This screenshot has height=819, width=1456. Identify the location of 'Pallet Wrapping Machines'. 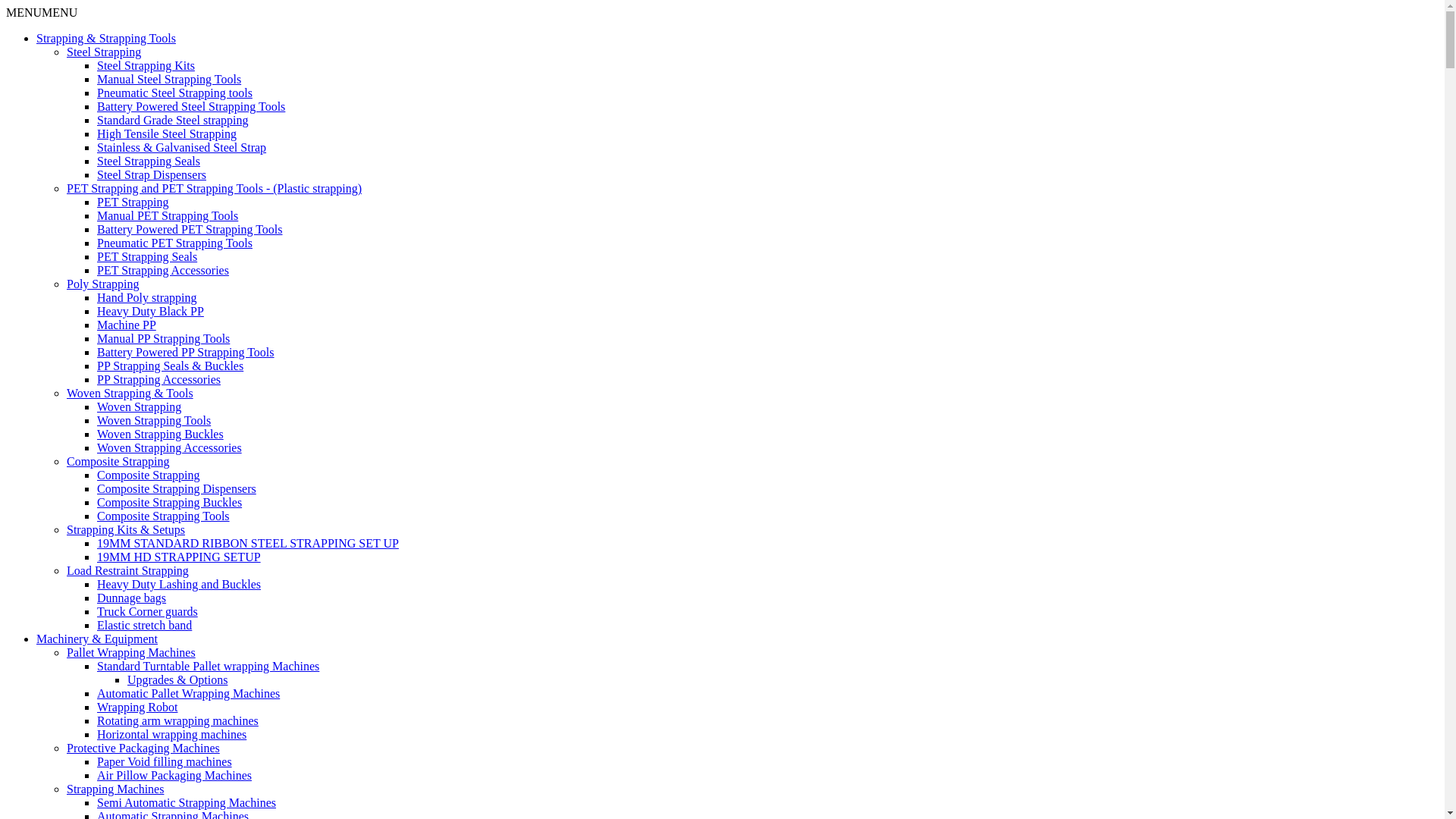
(65, 651).